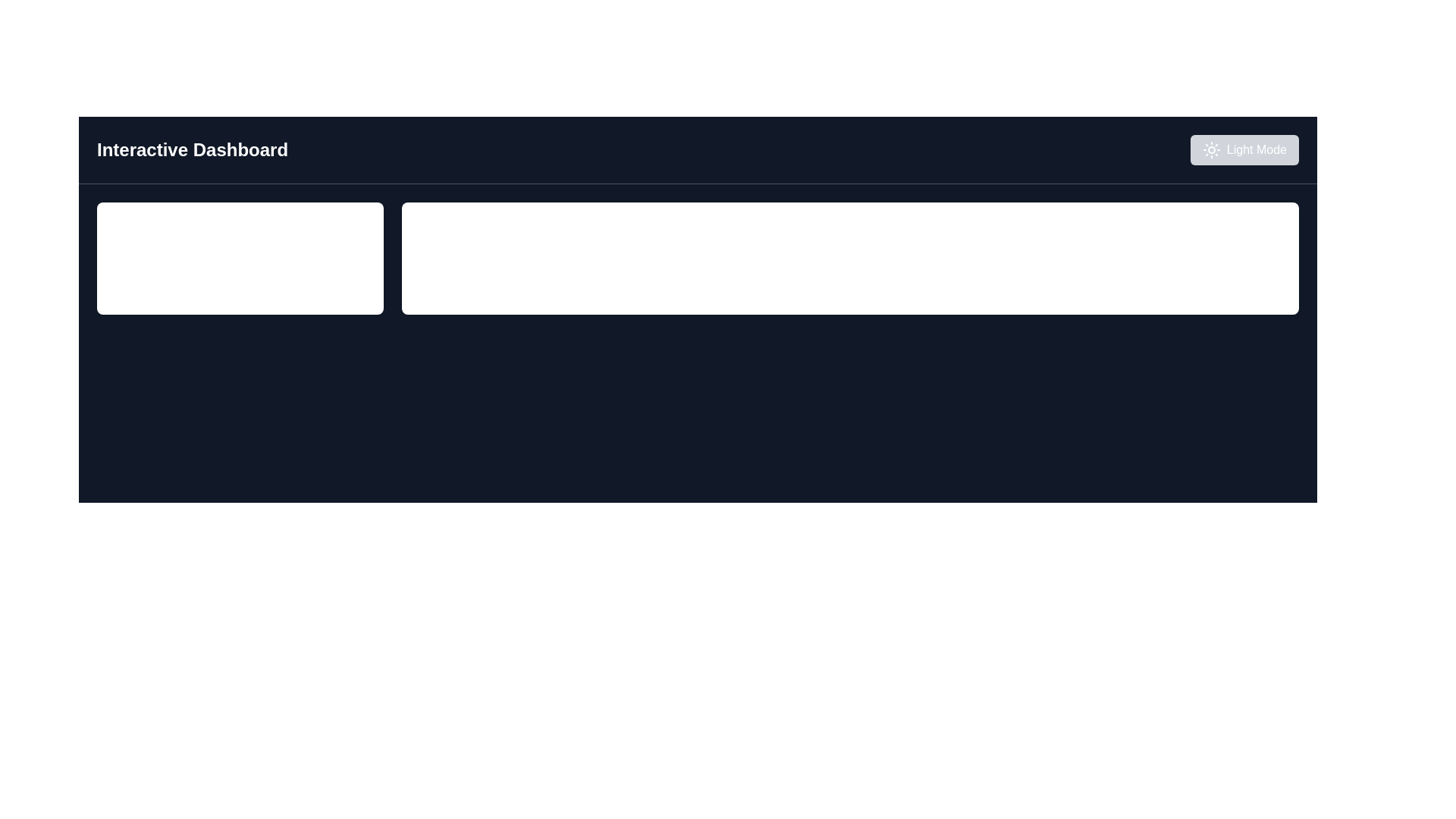 The height and width of the screenshot is (819, 1456). Describe the element at coordinates (192, 149) in the screenshot. I see `the Text label that serves as the title or heading for the dashboard, located to the left of the 'Light Mode' button in the header section` at that location.